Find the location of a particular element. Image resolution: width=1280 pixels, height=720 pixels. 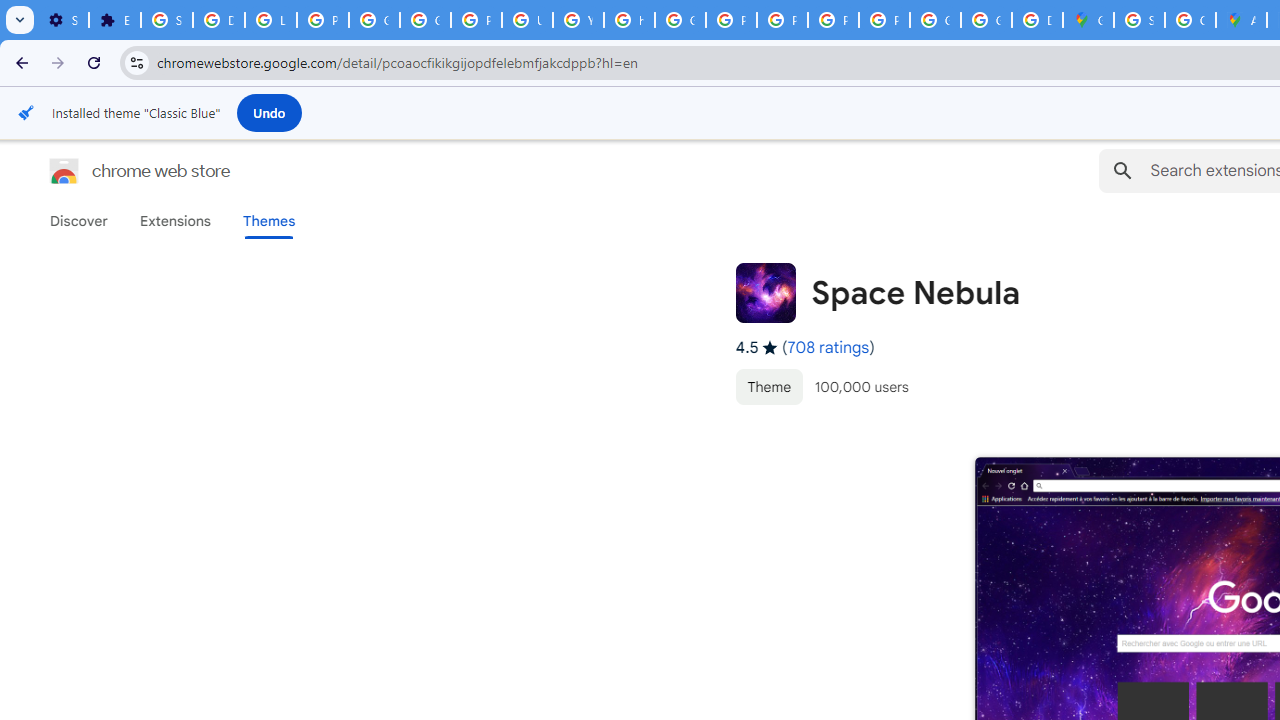

'Chrome Web Store logo' is located at coordinates (64, 170).